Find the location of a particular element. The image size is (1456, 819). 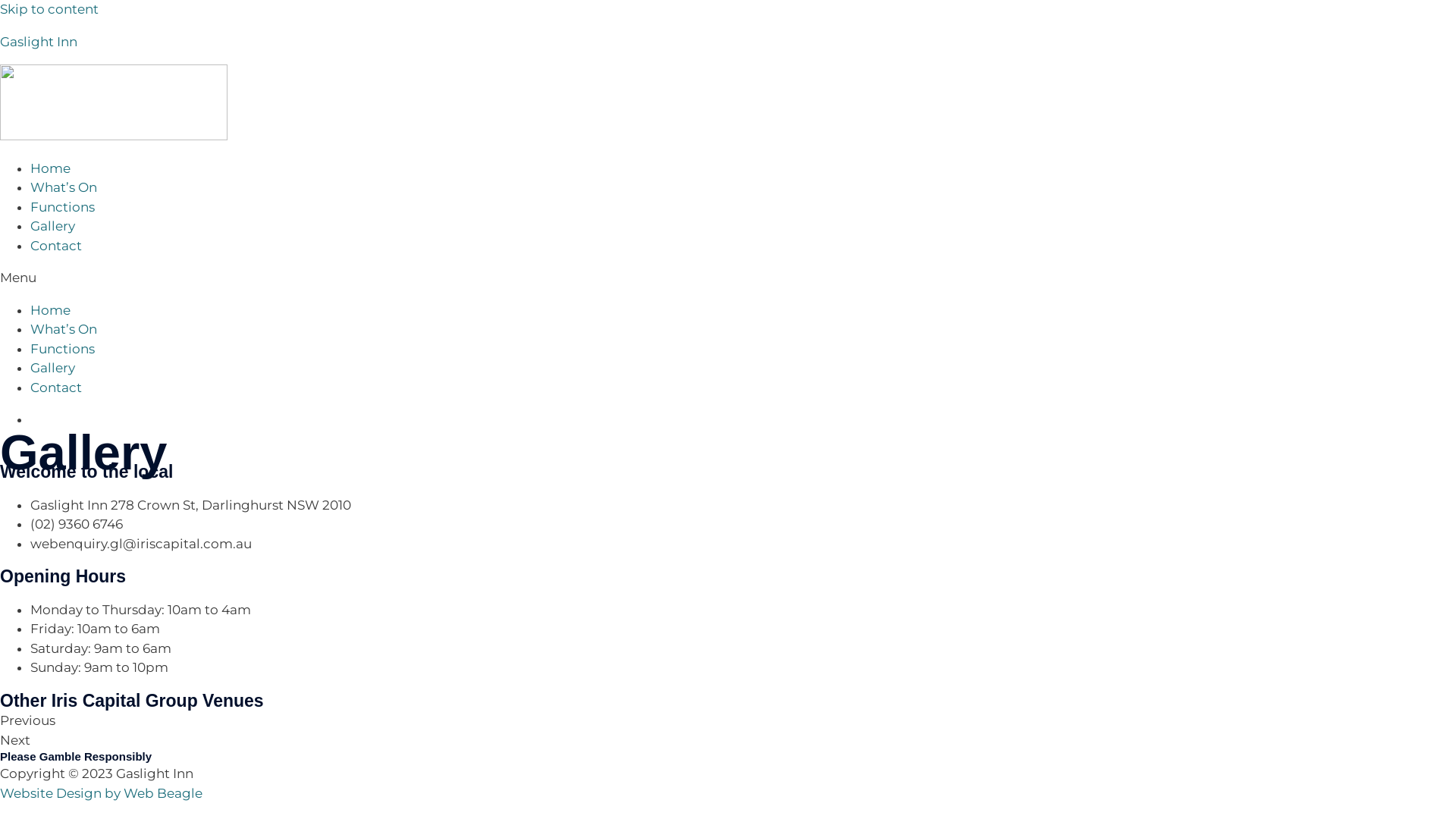

'Contact' is located at coordinates (55, 245).